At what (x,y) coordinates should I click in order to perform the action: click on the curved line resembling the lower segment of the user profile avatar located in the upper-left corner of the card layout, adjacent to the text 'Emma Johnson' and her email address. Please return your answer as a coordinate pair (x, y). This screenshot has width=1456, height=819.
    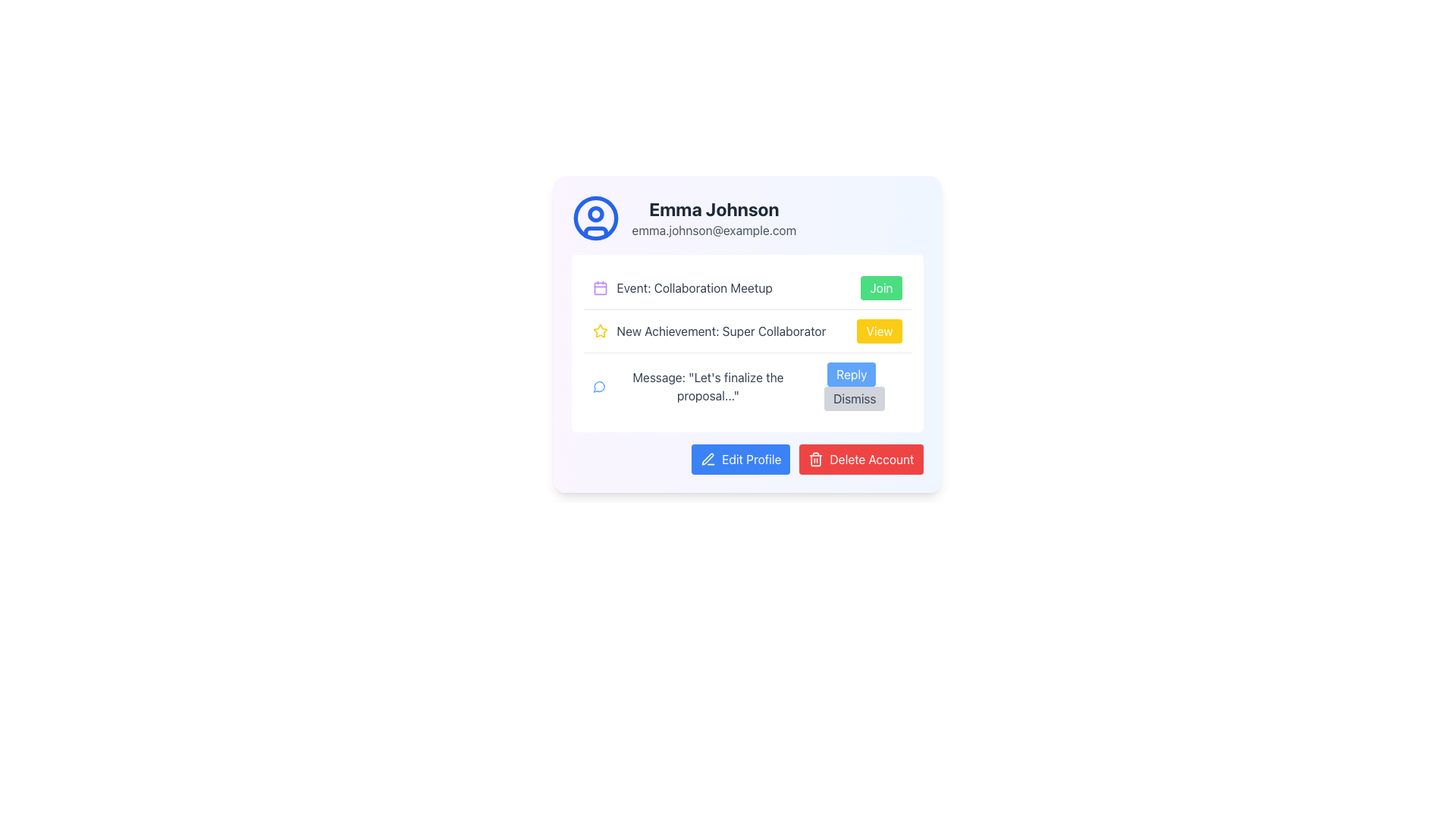
    Looking at the image, I should click on (595, 232).